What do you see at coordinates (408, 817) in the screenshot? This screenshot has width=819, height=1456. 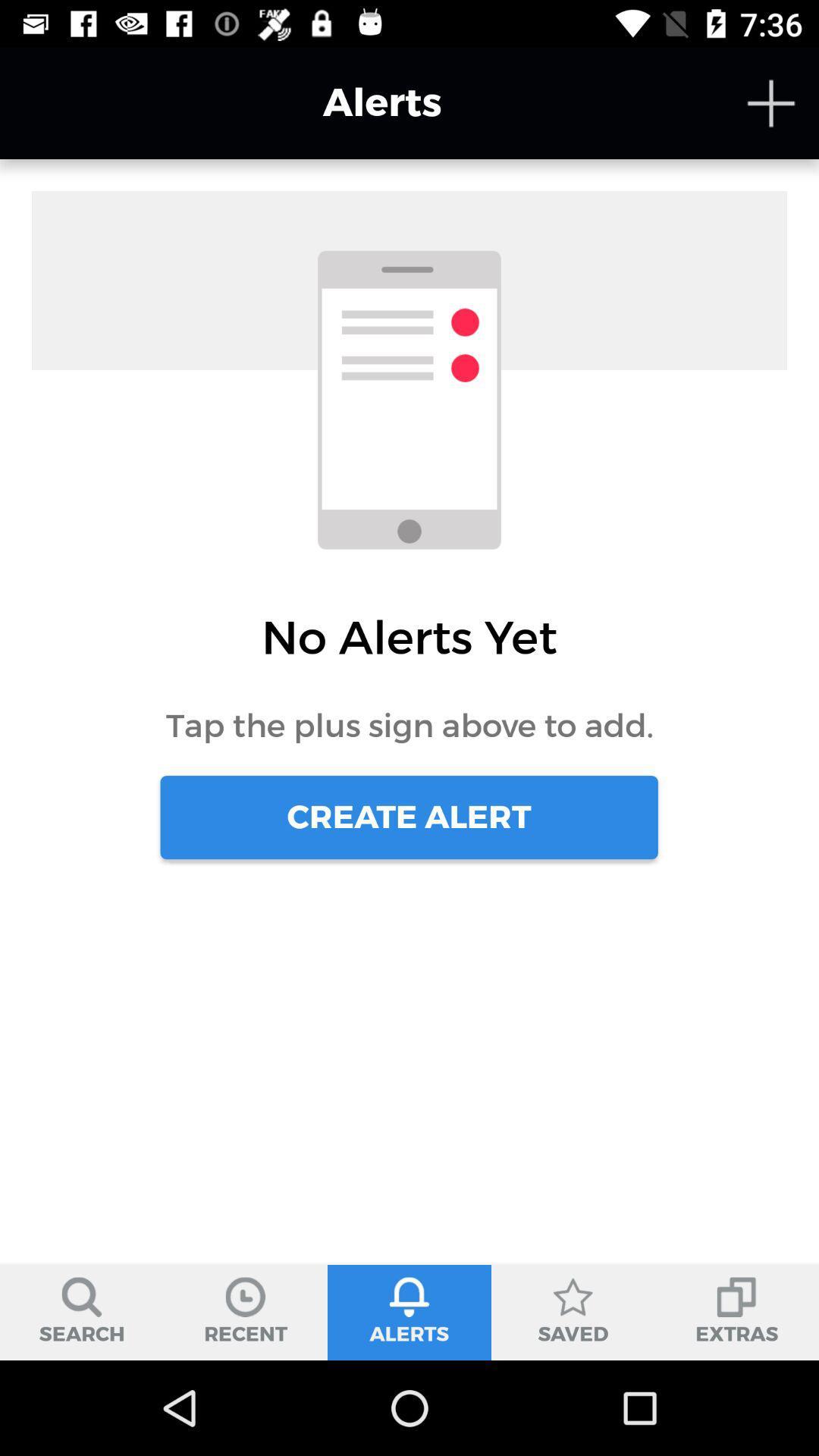 I see `the icon below tap the plus icon` at bounding box center [408, 817].